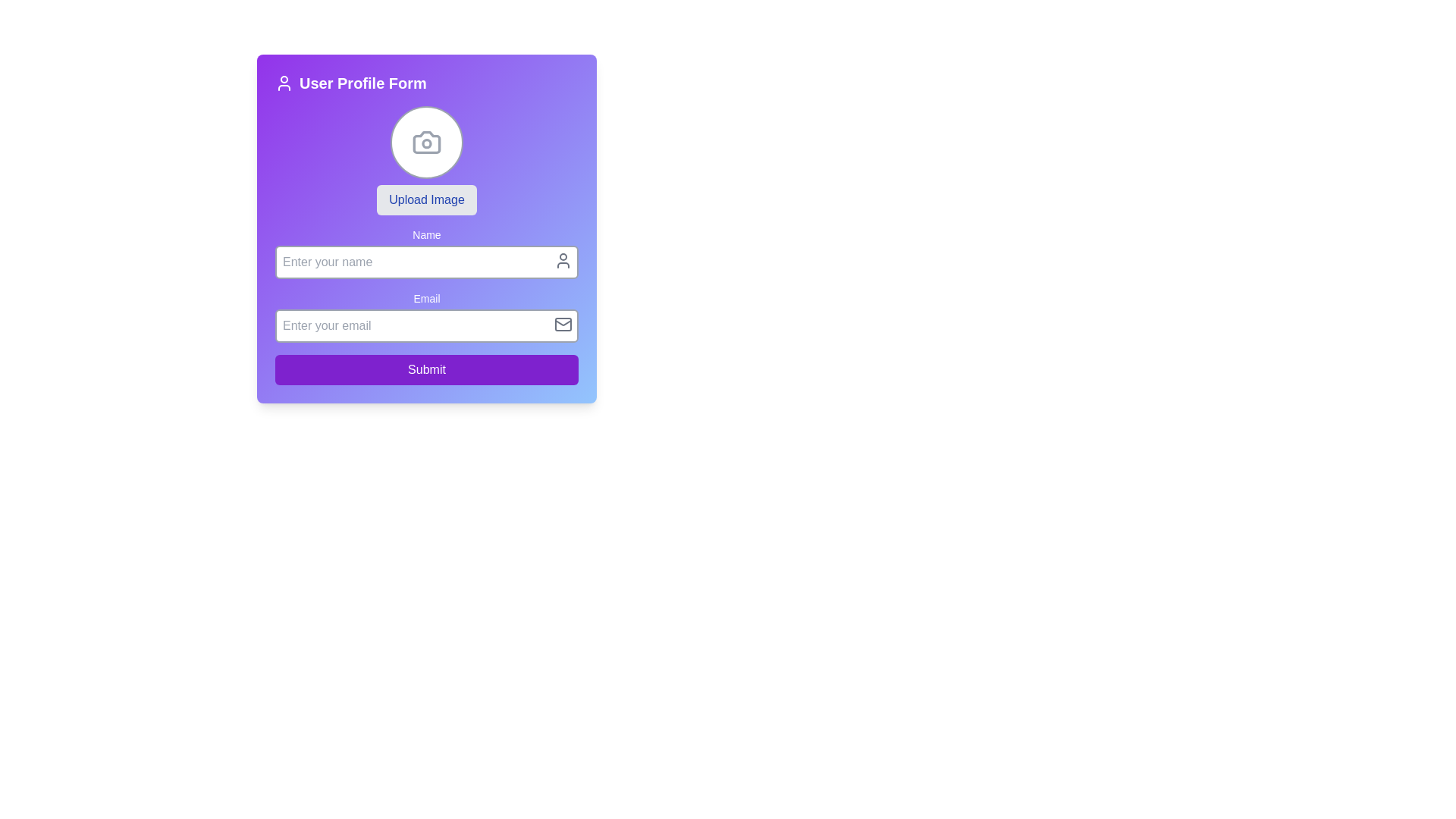  Describe the element at coordinates (563, 324) in the screenshot. I see `the decorative icon base element that resembles an envelope, positioned to the right of the email input field` at that location.